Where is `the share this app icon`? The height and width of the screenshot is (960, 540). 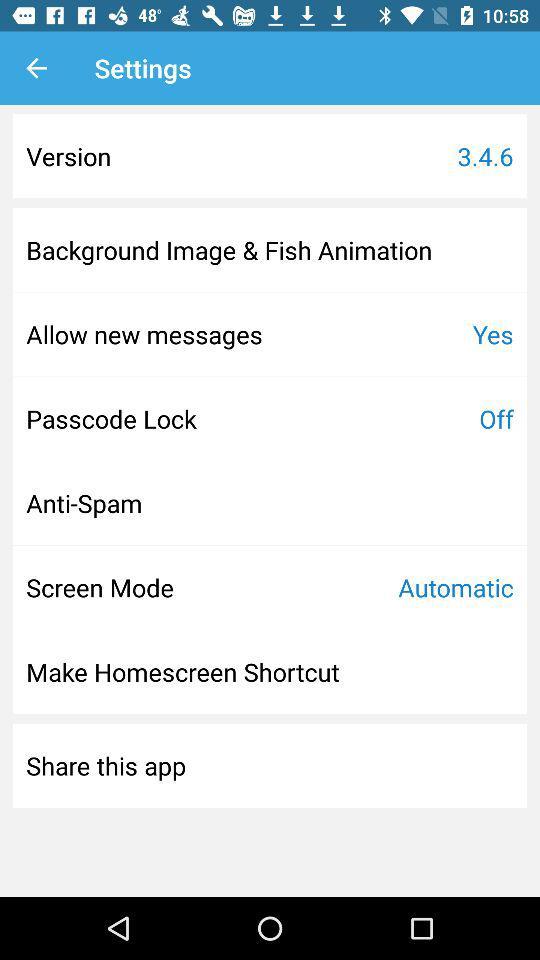 the share this app icon is located at coordinates (106, 764).